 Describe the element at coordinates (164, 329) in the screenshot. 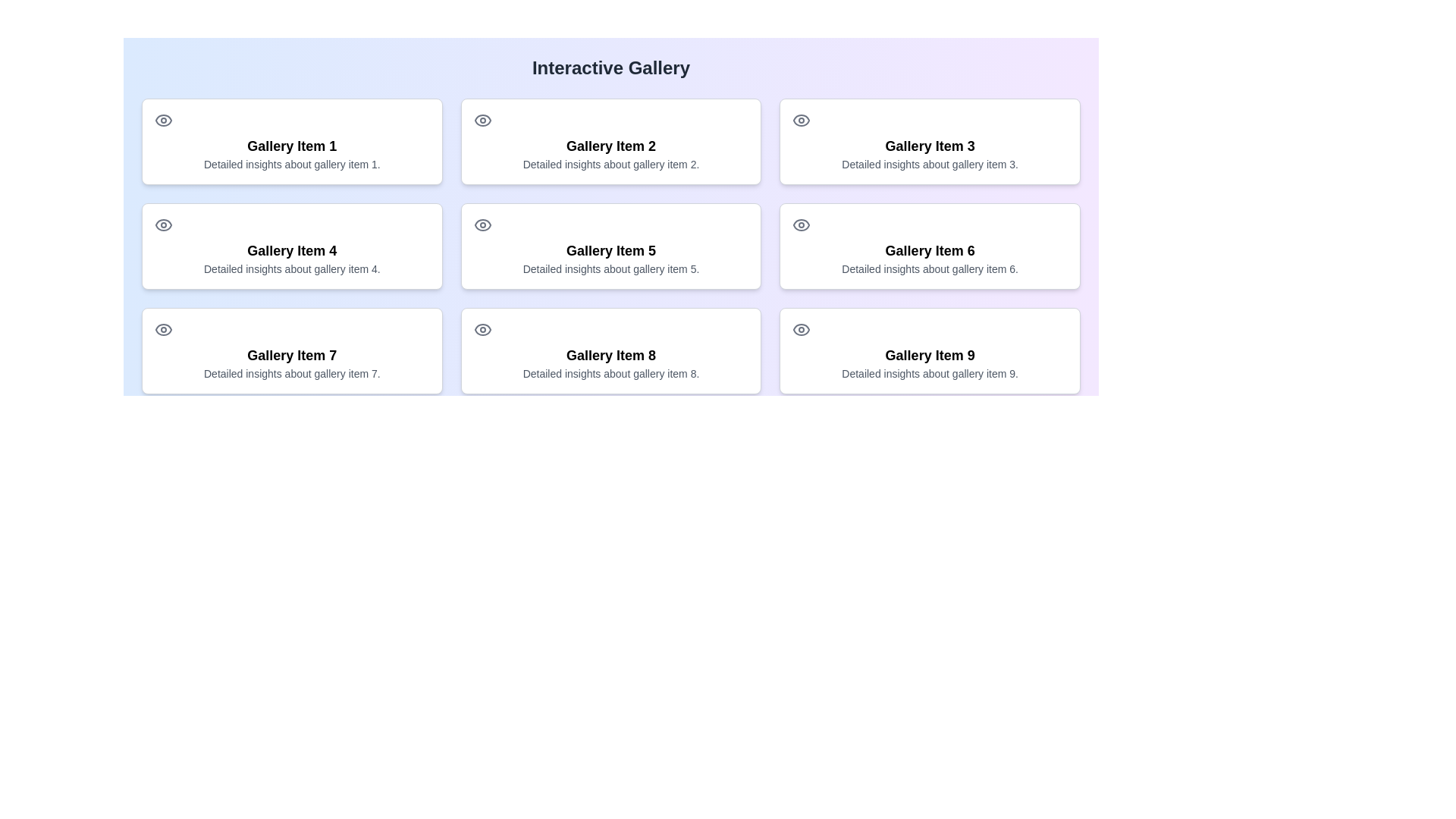

I see `the vector graphic representing visibility in the eye icon located in the third card of the leftmost column` at that location.